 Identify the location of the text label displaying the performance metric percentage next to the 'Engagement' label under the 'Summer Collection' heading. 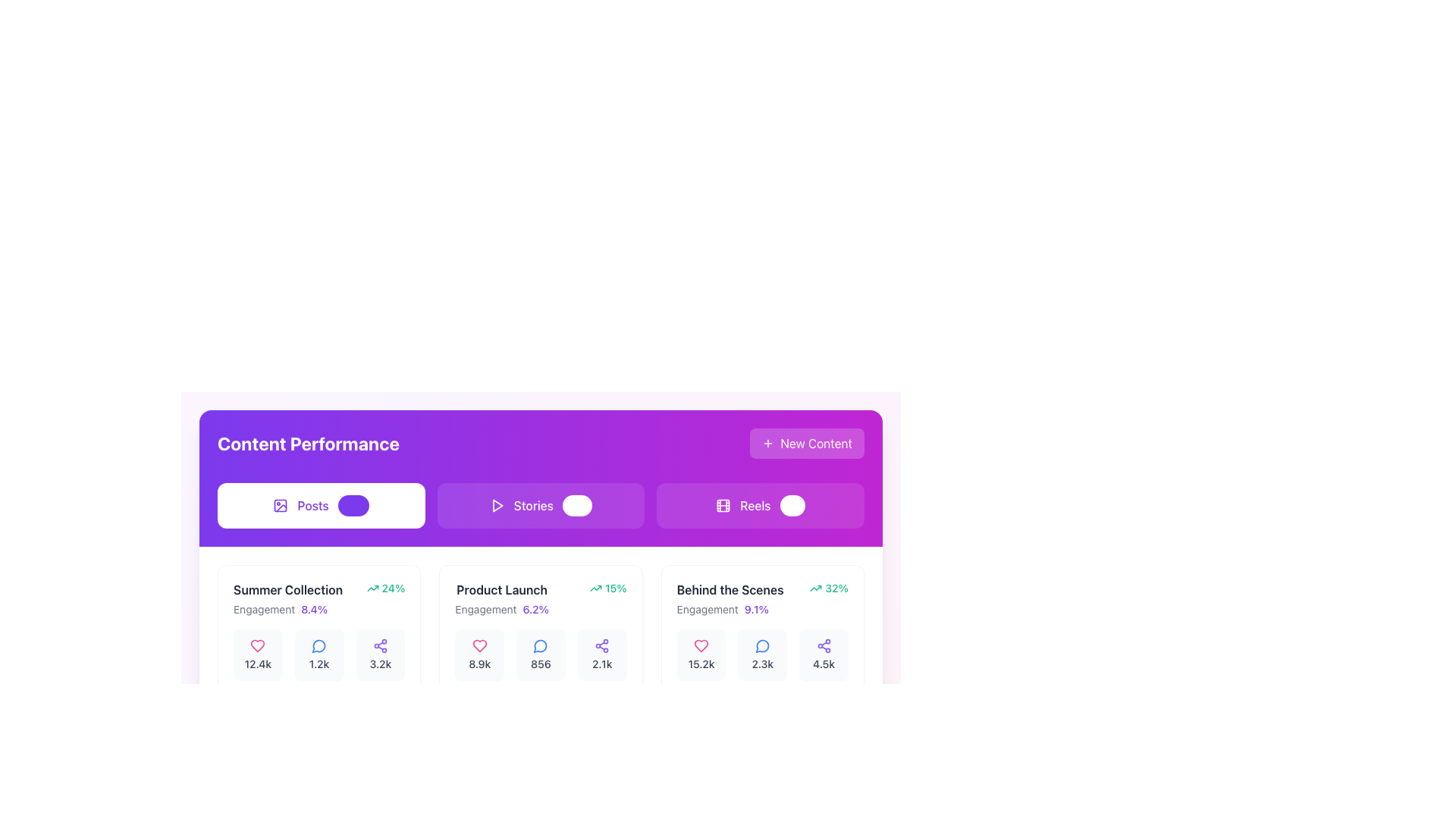
(313, 608).